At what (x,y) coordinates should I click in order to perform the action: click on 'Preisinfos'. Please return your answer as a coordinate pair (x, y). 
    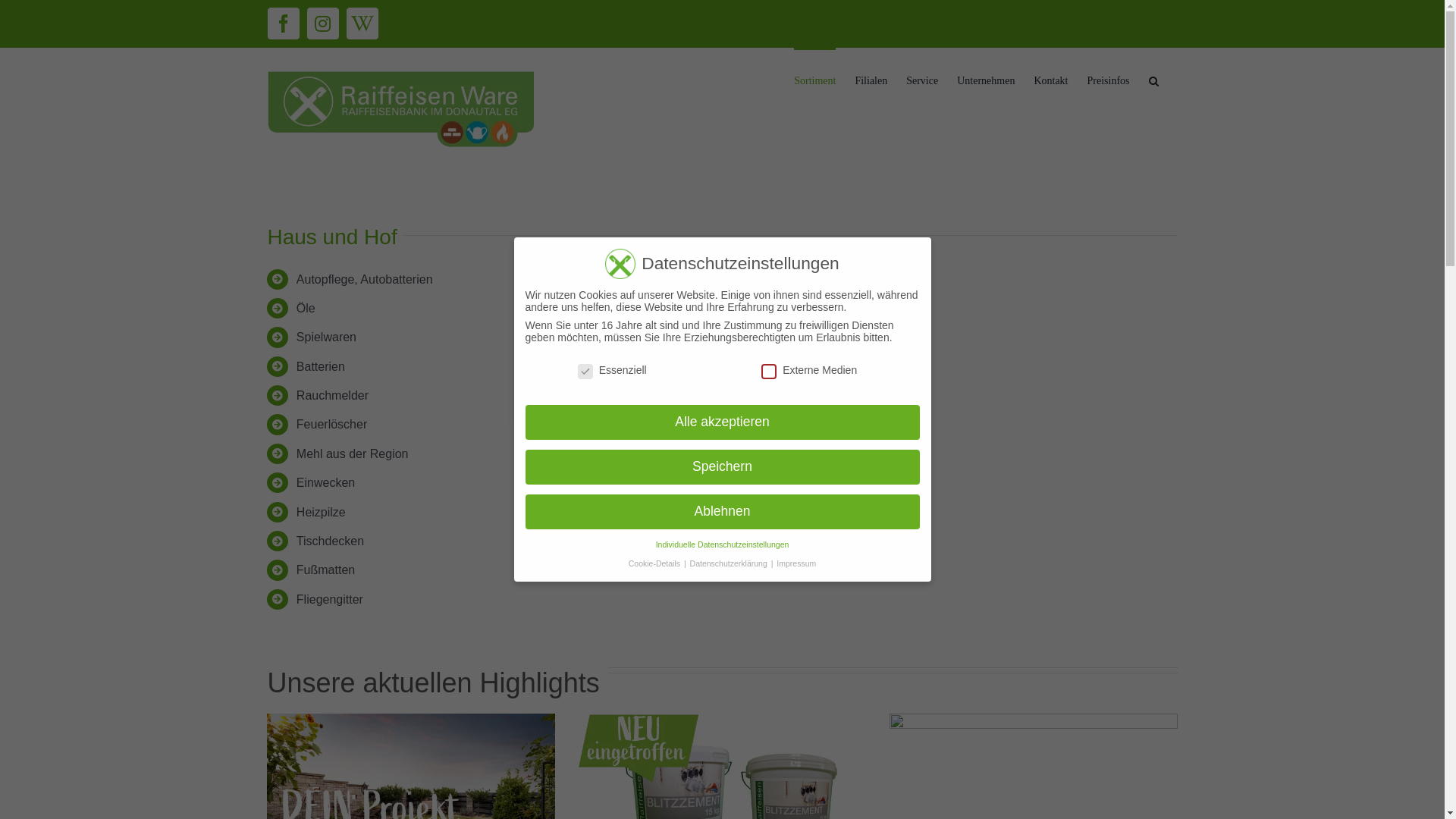
    Looking at the image, I should click on (1109, 79).